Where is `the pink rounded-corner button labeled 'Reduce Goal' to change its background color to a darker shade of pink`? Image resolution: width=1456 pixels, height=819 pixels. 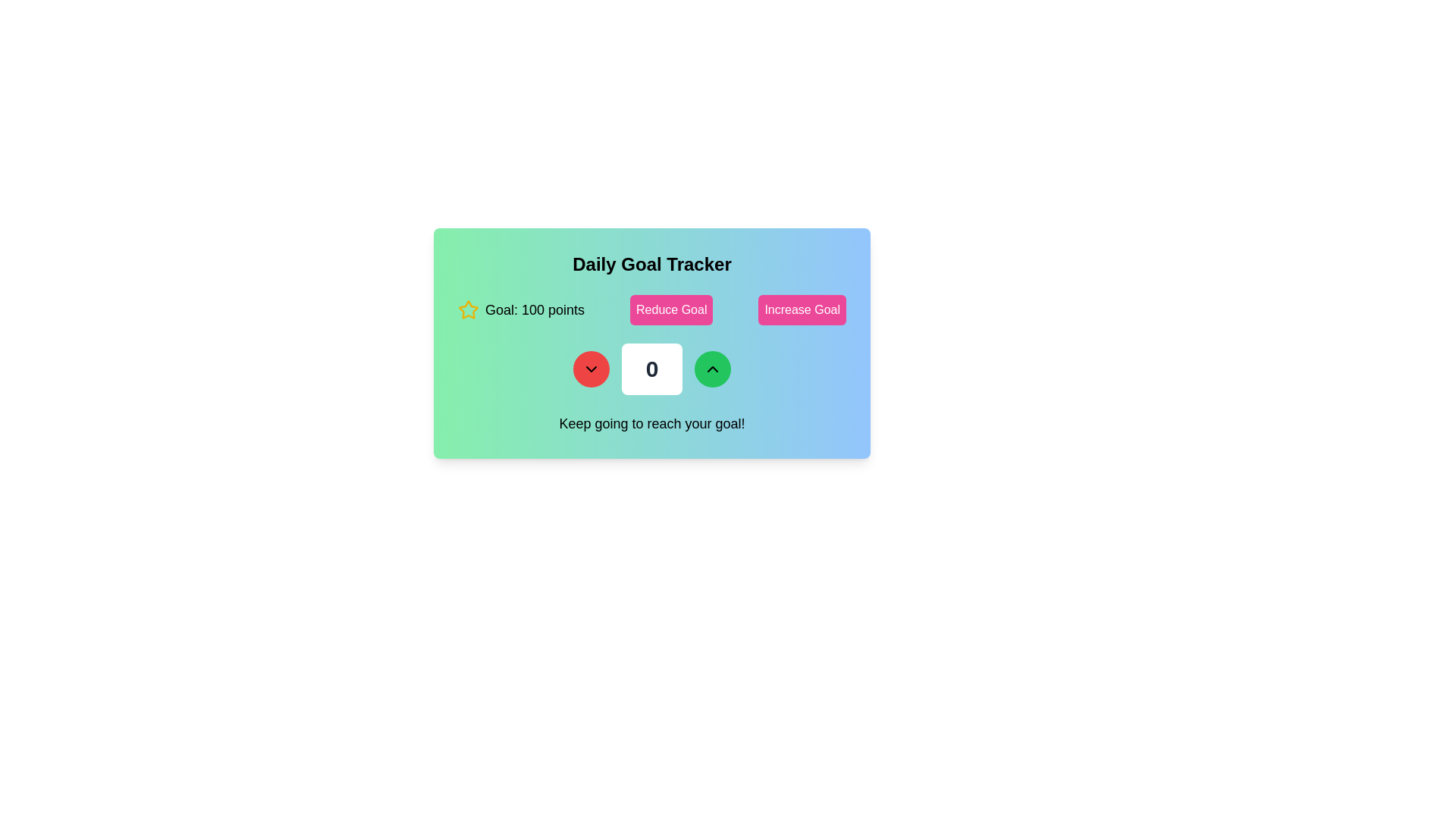 the pink rounded-corner button labeled 'Reduce Goal' to change its background color to a darker shade of pink is located at coordinates (670, 309).